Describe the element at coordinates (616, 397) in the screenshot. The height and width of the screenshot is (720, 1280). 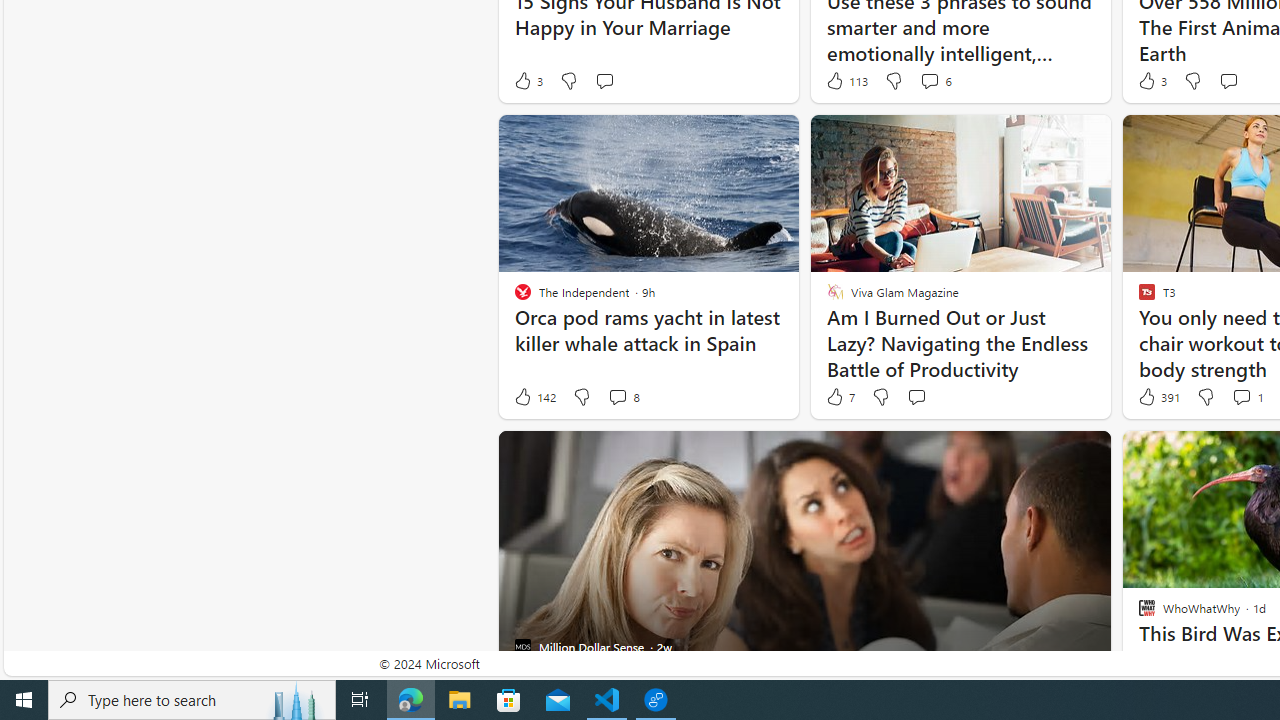
I see `'View comments 8 Comment'` at that location.